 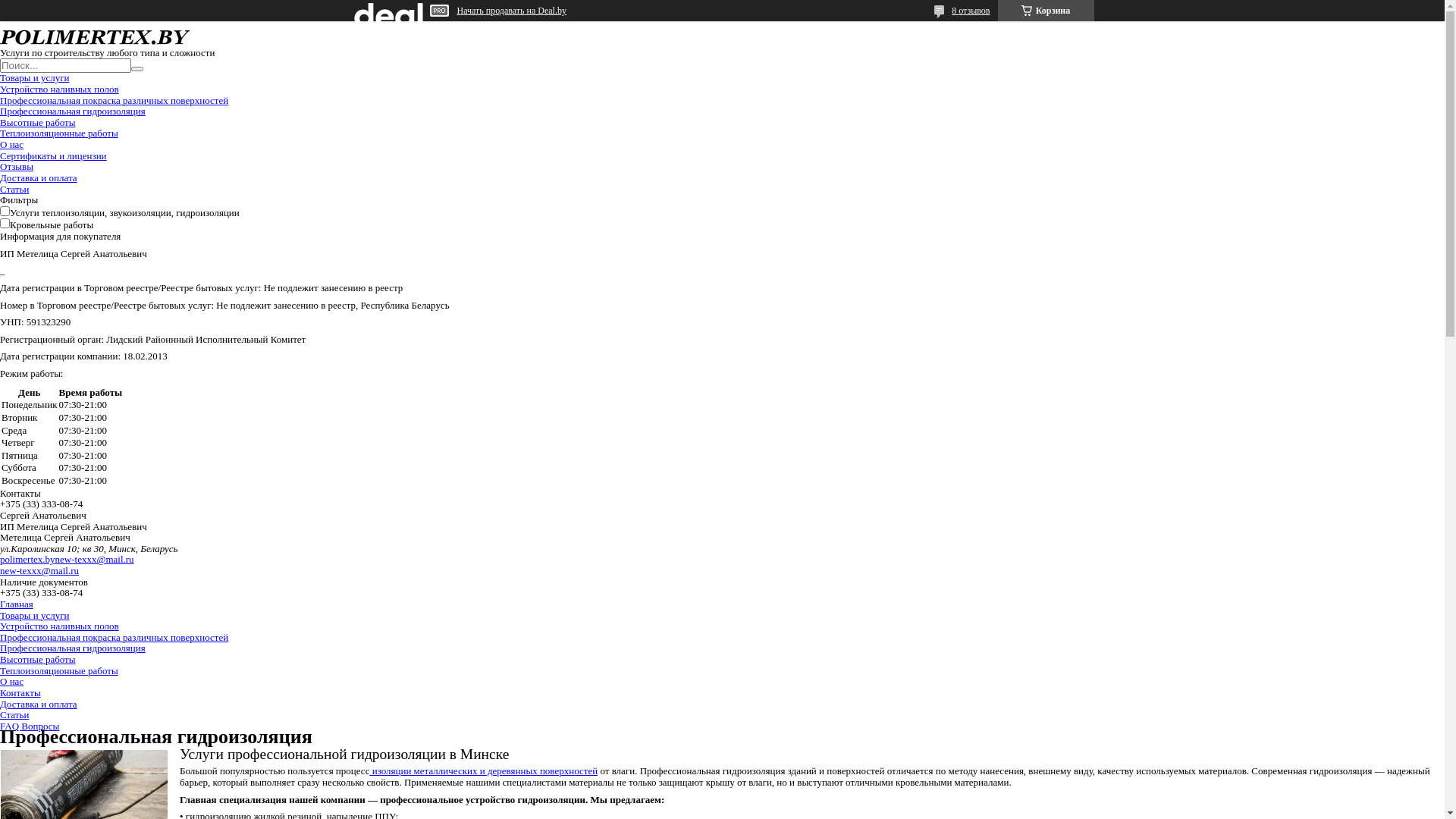 What do you see at coordinates (93, 559) in the screenshot?
I see `'new-texxx@mail.ru'` at bounding box center [93, 559].